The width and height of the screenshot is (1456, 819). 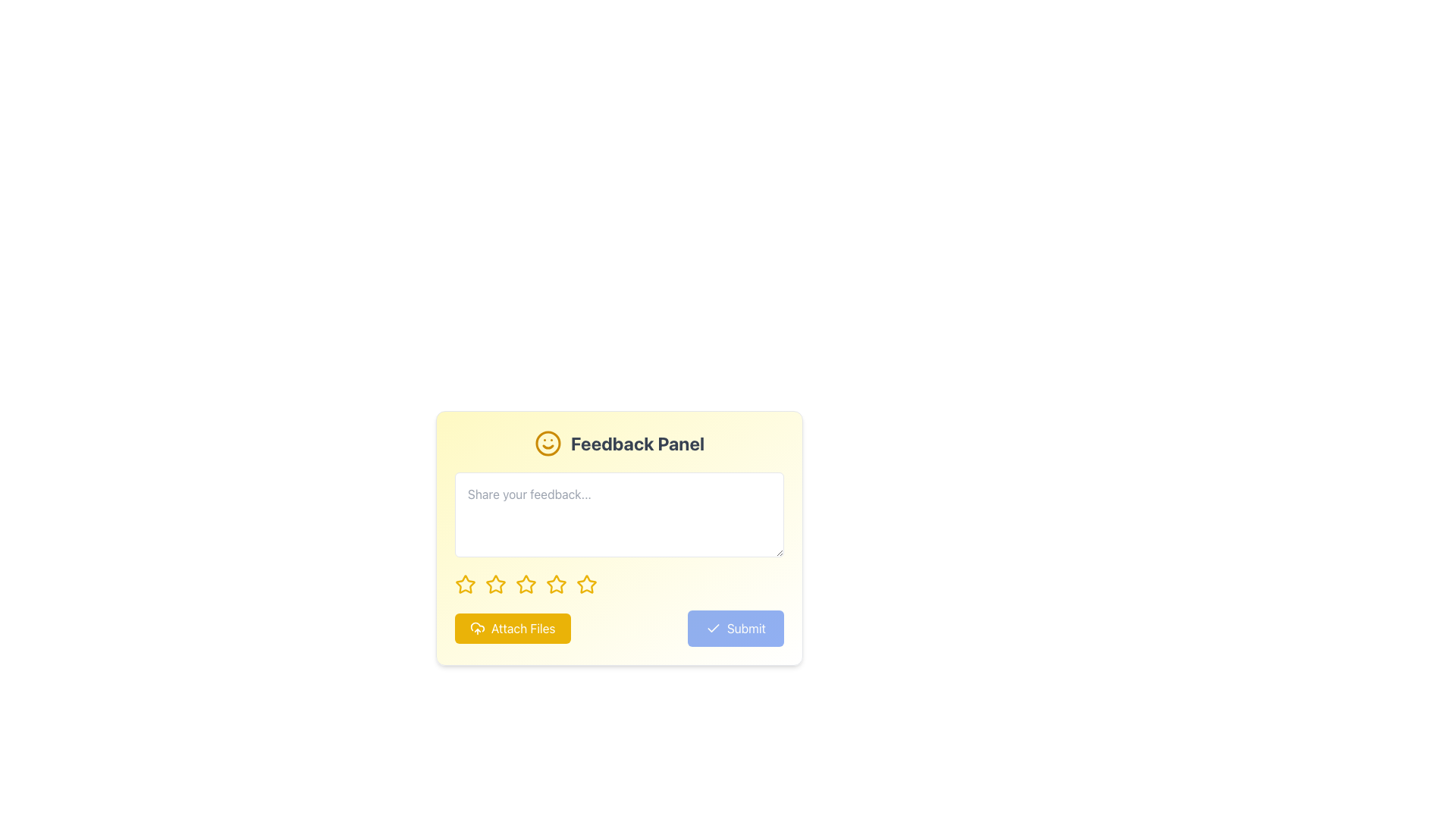 What do you see at coordinates (585, 583) in the screenshot?
I see `the fifth rating star icon, which is a golden yellow outlined star located in the feedback rating row of the feedback panel` at bounding box center [585, 583].